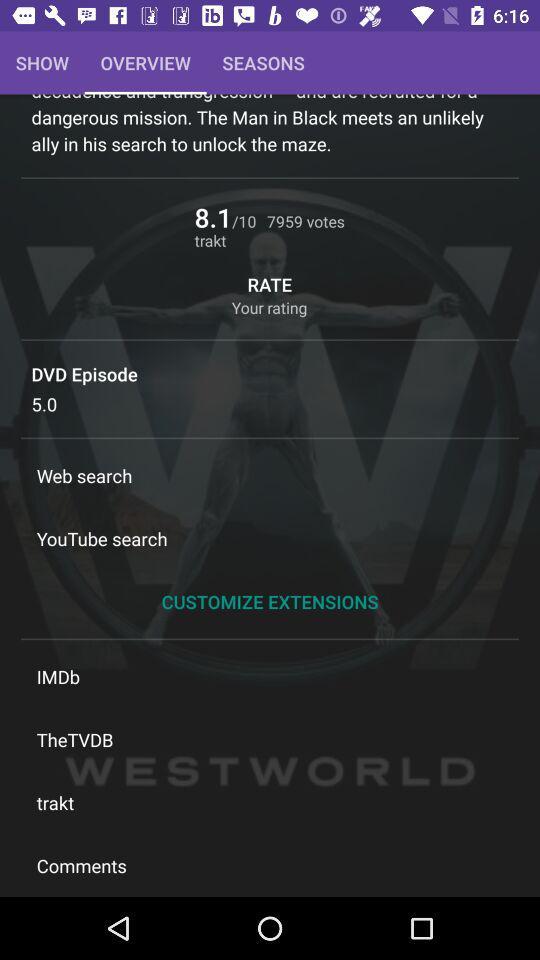  I want to click on customize extensions item, so click(270, 600).